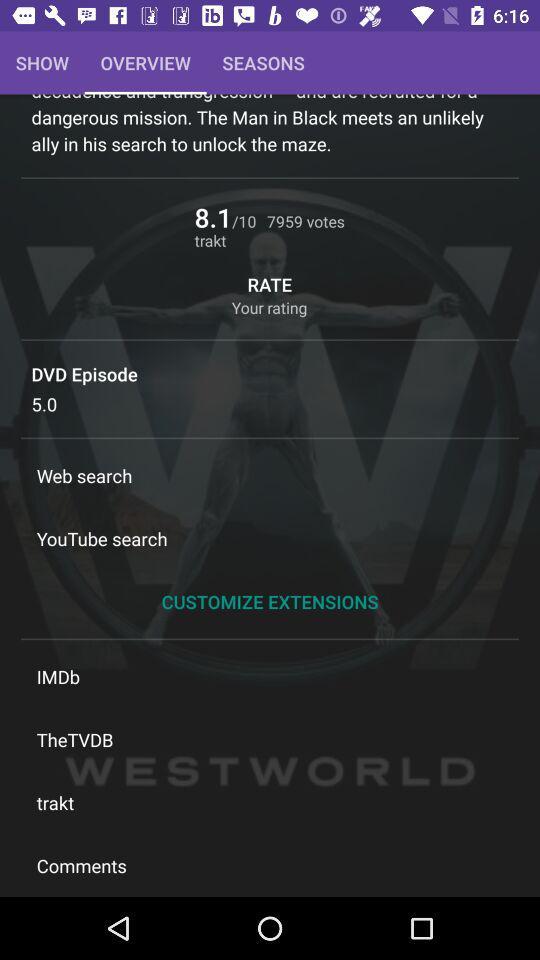  I want to click on customize extensions item, so click(270, 600).